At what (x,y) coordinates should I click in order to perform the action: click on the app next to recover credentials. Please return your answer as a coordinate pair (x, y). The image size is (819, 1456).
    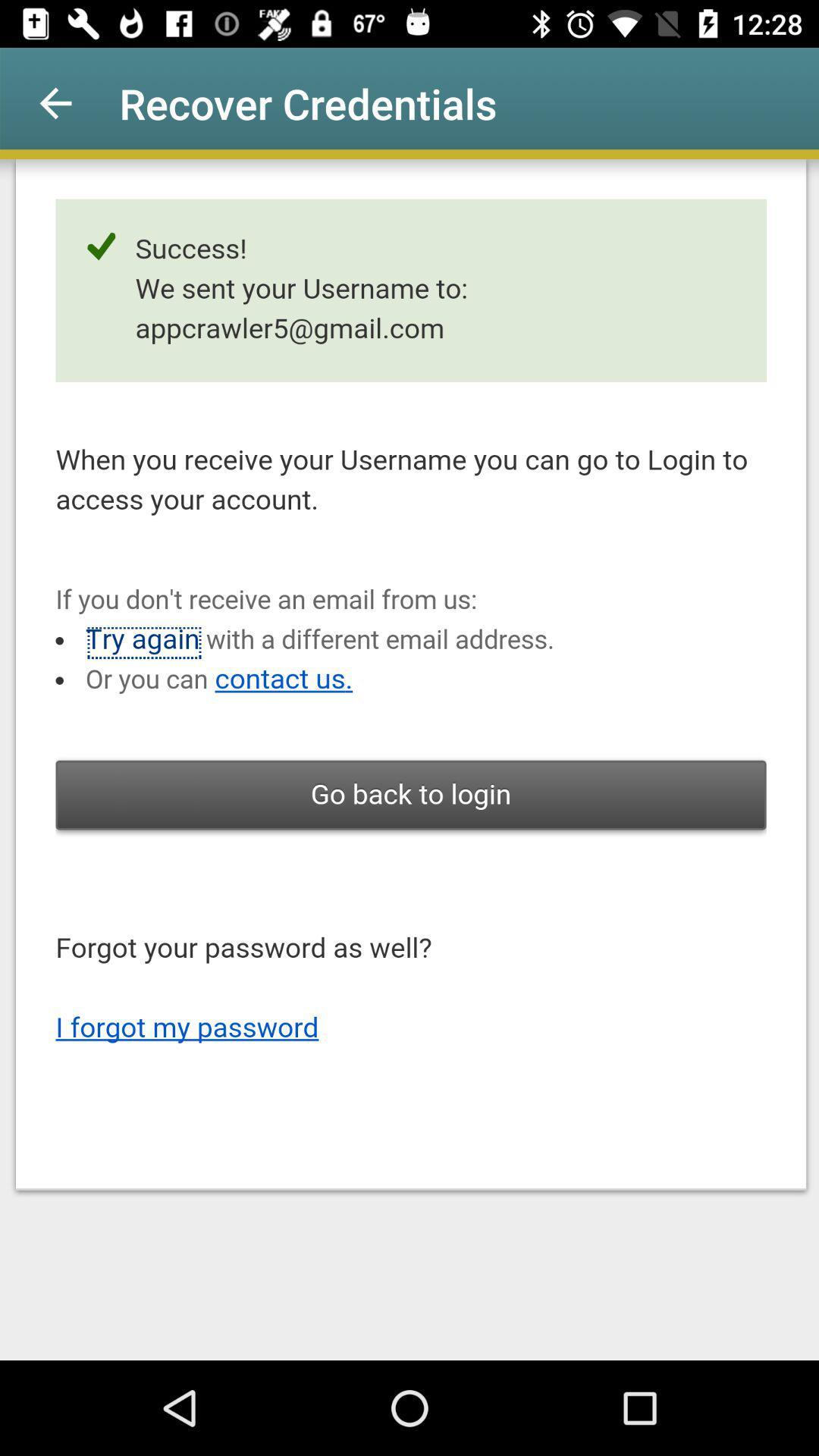
    Looking at the image, I should click on (55, 102).